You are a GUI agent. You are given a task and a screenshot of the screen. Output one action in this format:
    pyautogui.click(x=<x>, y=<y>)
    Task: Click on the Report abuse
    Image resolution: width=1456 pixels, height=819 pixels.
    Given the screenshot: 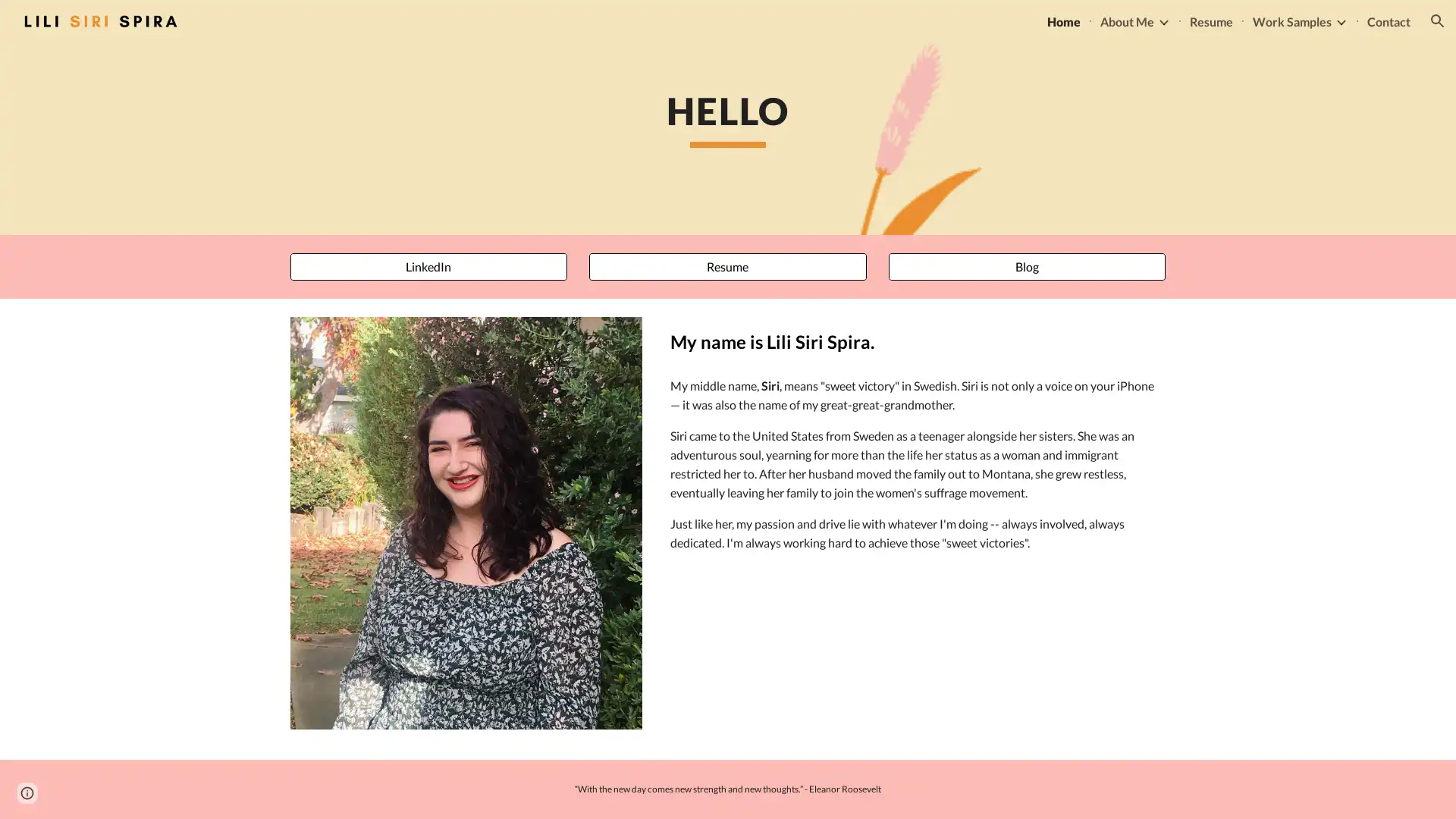 What is the action you would take?
    pyautogui.click(x=139, y=792)
    